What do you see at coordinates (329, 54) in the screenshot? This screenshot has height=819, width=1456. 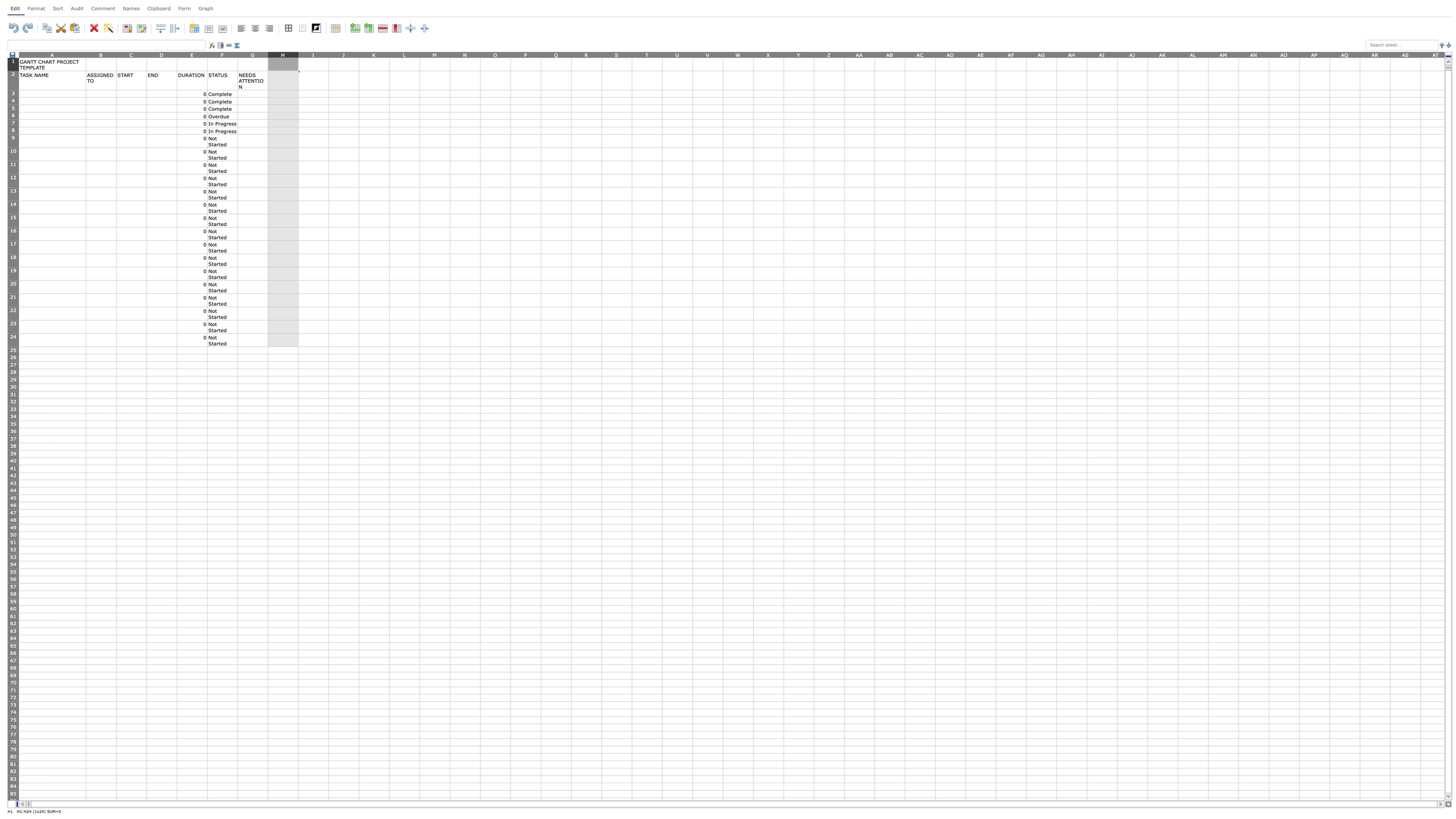 I see `Hover over column I's resize handle` at bounding box center [329, 54].